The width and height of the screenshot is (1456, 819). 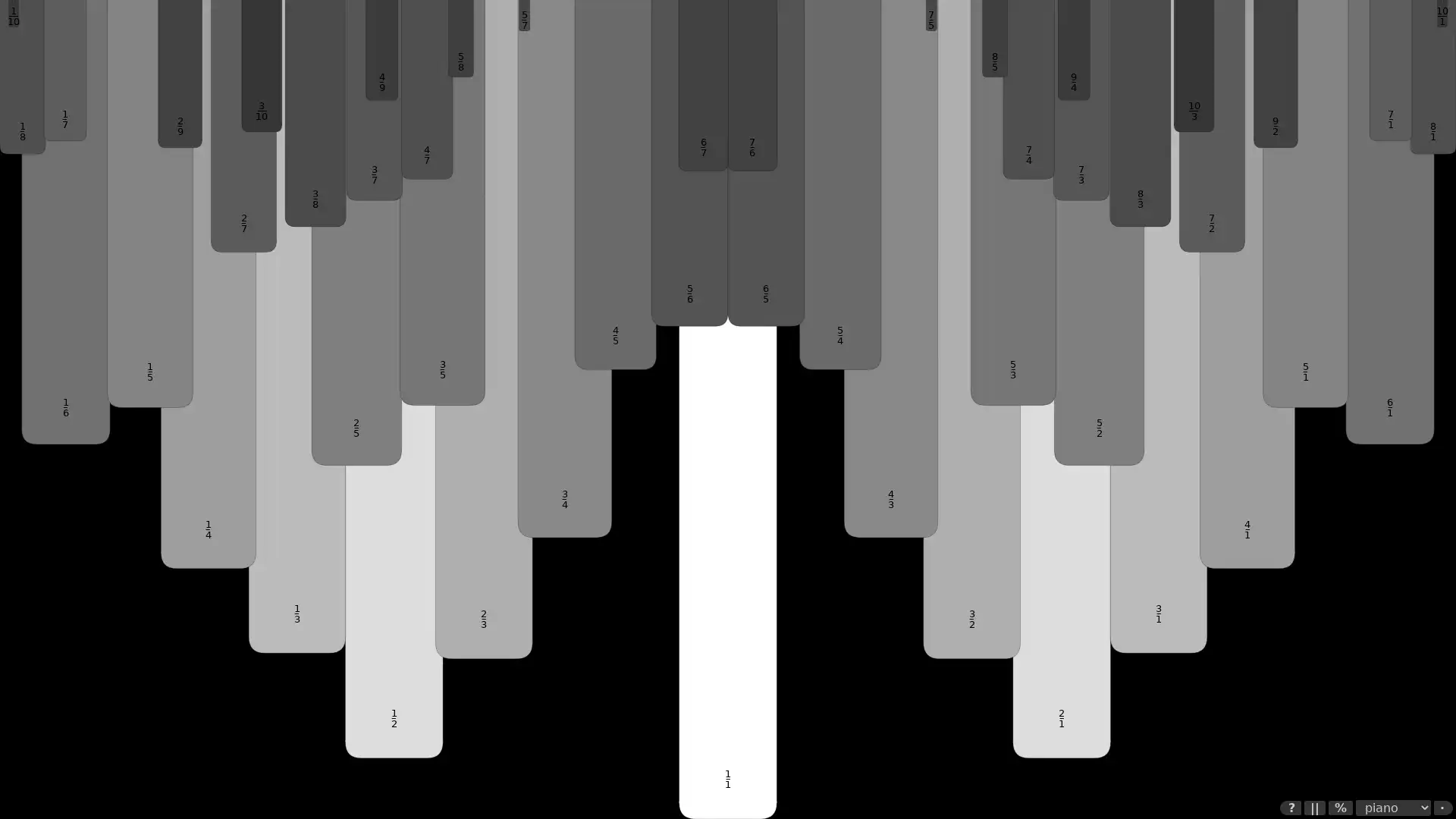 What do you see at coordinates (1313, 807) in the screenshot?
I see `||` at bounding box center [1313, 807].